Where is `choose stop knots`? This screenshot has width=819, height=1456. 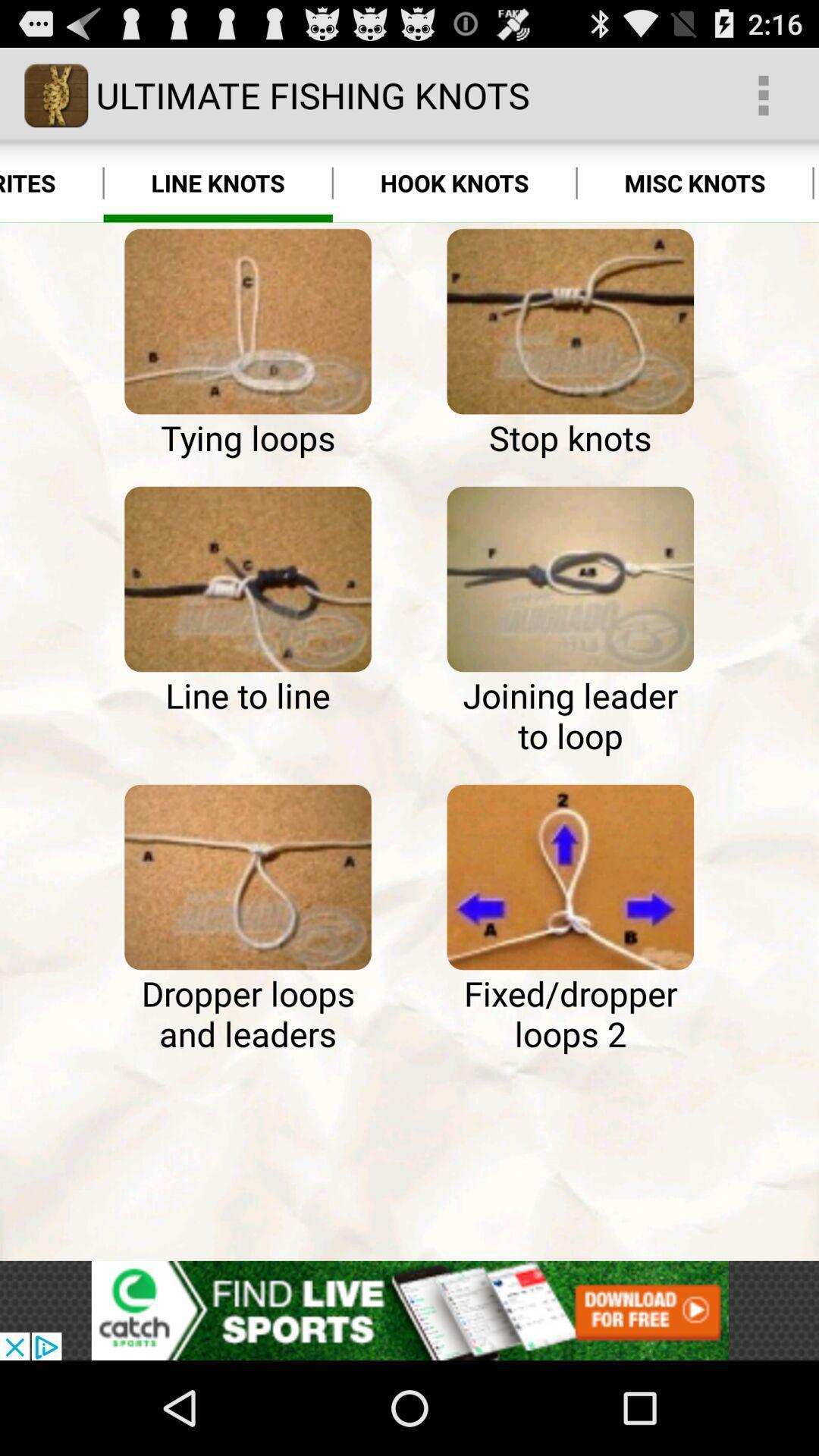
choose stop knots is located at coordinates (570, 321).